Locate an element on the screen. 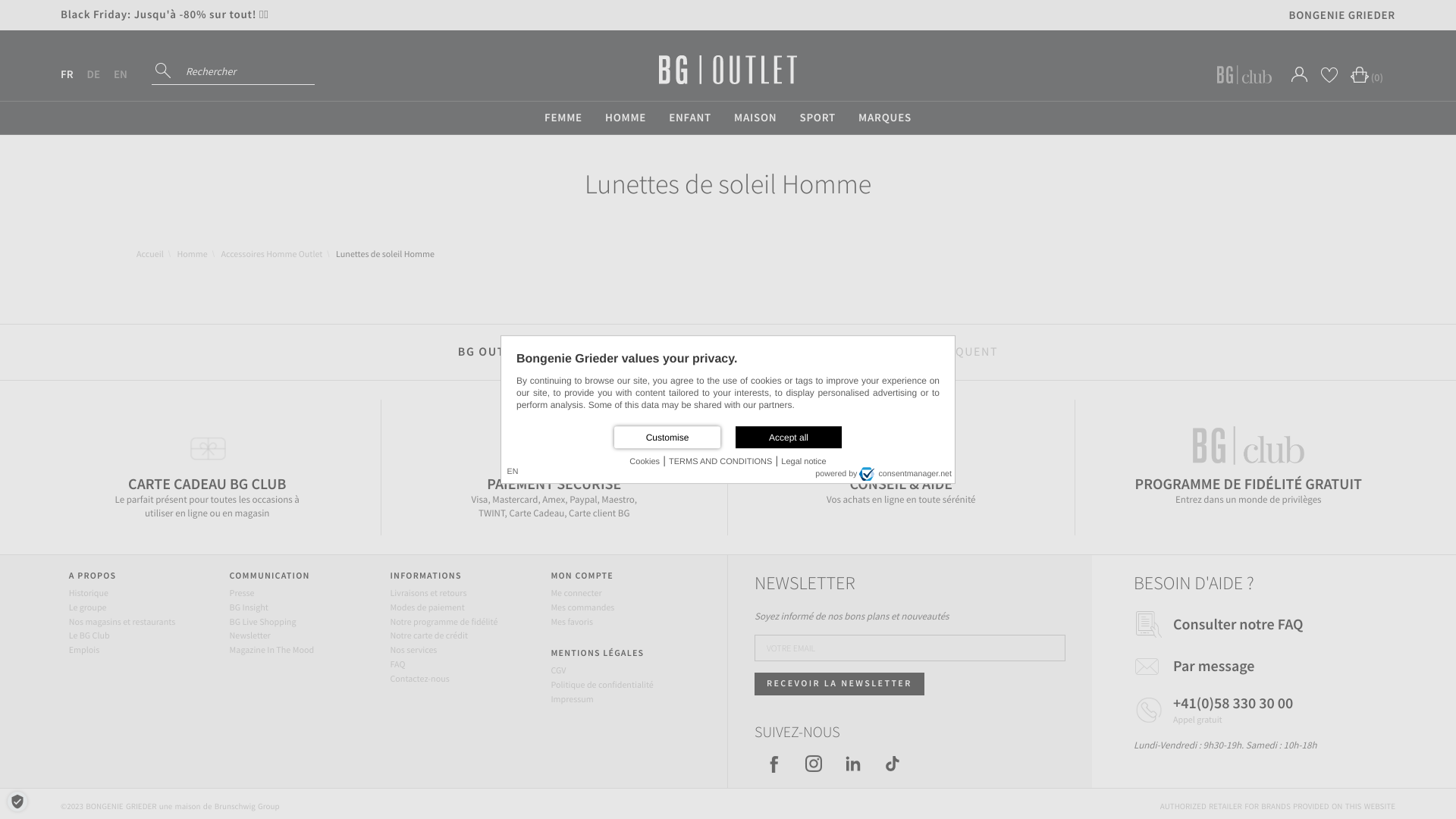 The width and height of the screenshot is (1456, 819). 'Privacy settings' is located at coordinates (10, 800).